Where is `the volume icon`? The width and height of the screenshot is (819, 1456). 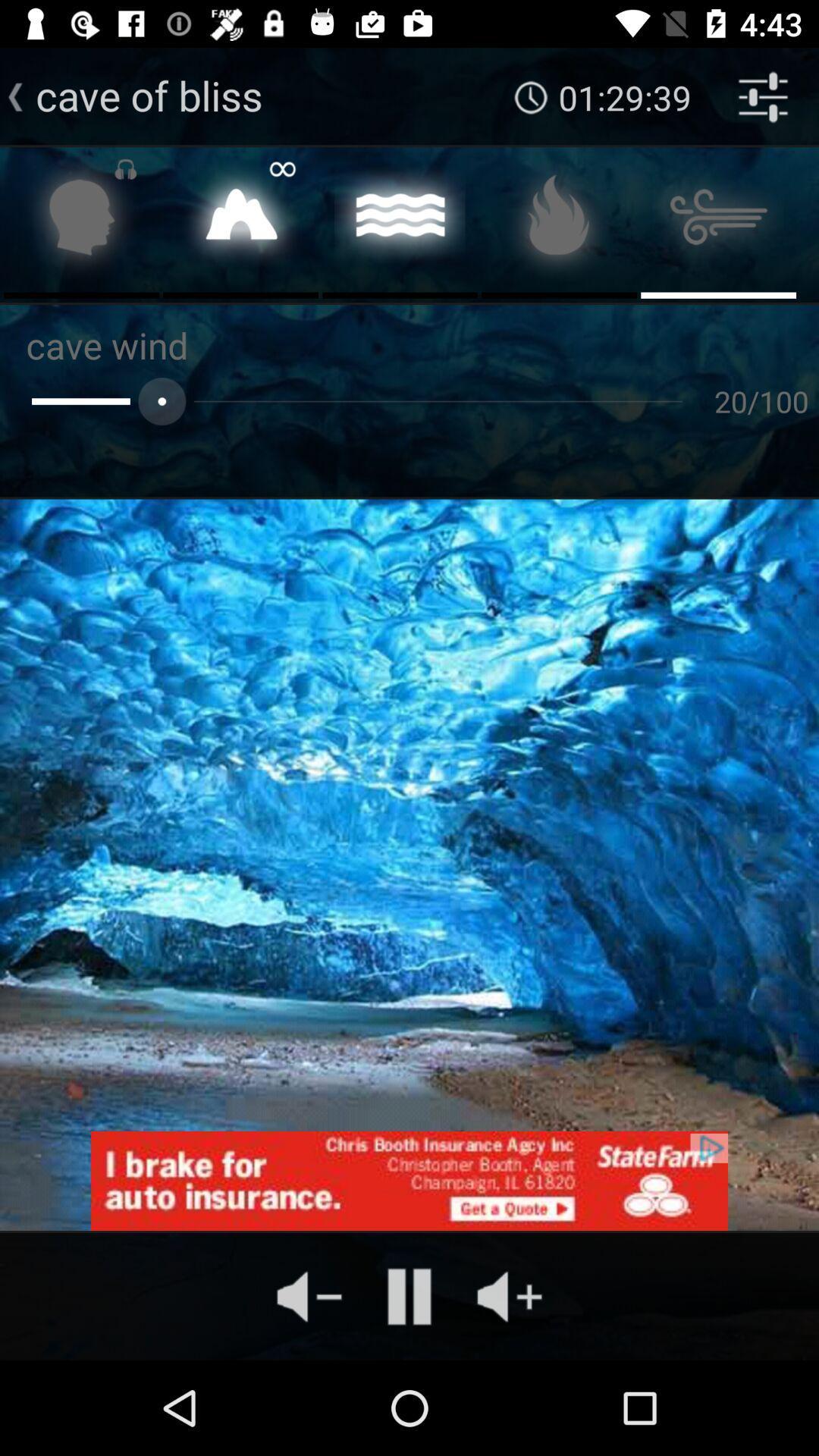
the volume icon is located at coordinates (509, 1295).